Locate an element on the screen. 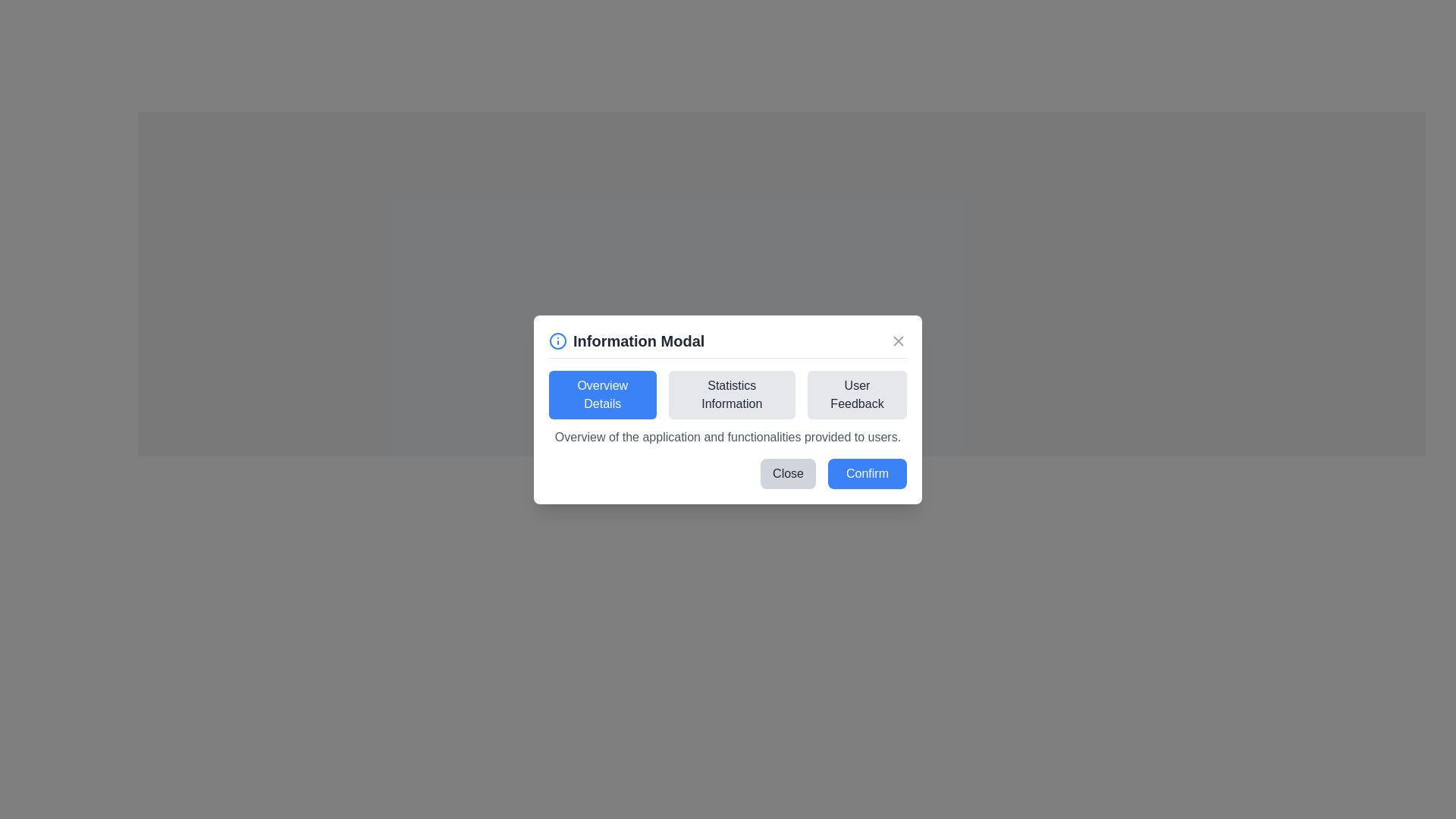 The height and width of the screenshot is (819, 1456). the static text located in the modal window beneath the navigational buttons labeled 'Overview Details', 'Statistics Information', and 'User Feedback'. This text spans the full width of the modal content area is located at coordinates (728, 406).